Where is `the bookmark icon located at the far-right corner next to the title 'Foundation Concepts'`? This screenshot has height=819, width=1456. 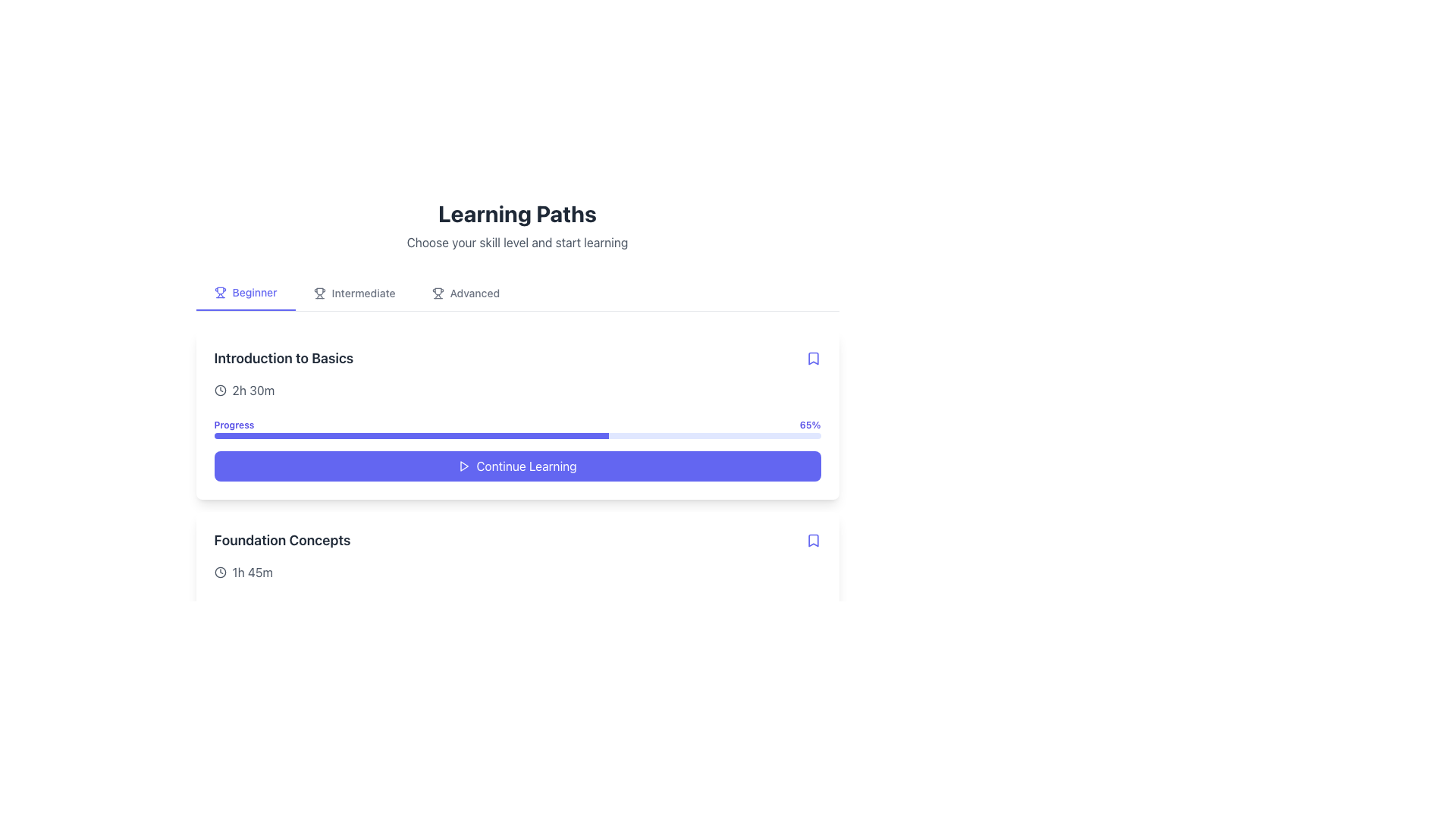
the bookmark icon located at the far-right corner next to the title 'Foundation Concepts' is located at coordinates (812, 540).